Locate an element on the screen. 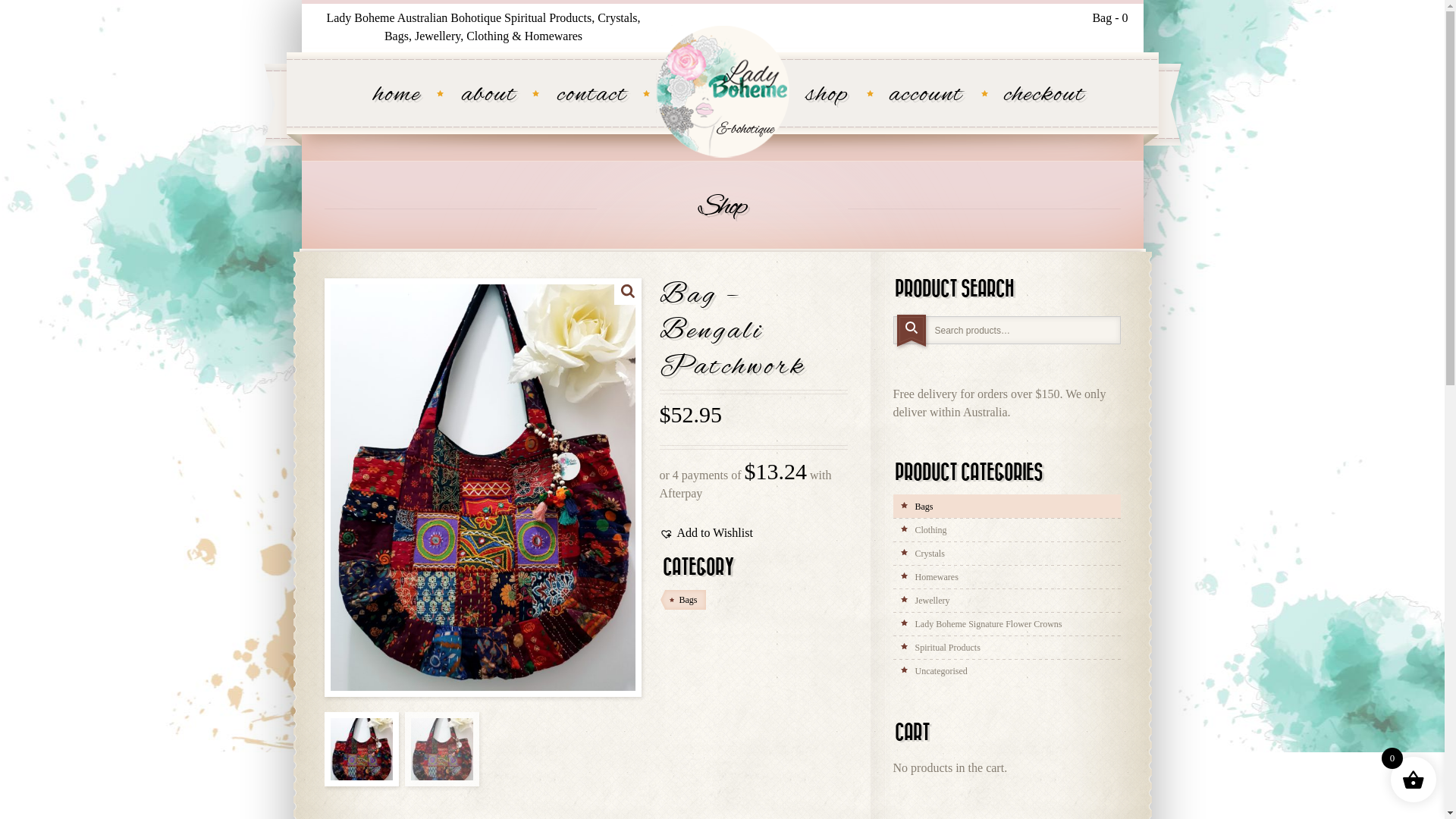 Image resolution: width=1456 pixels, height=819 pixels. 'Add to Wishlist' is located at coordinates (705, 532).